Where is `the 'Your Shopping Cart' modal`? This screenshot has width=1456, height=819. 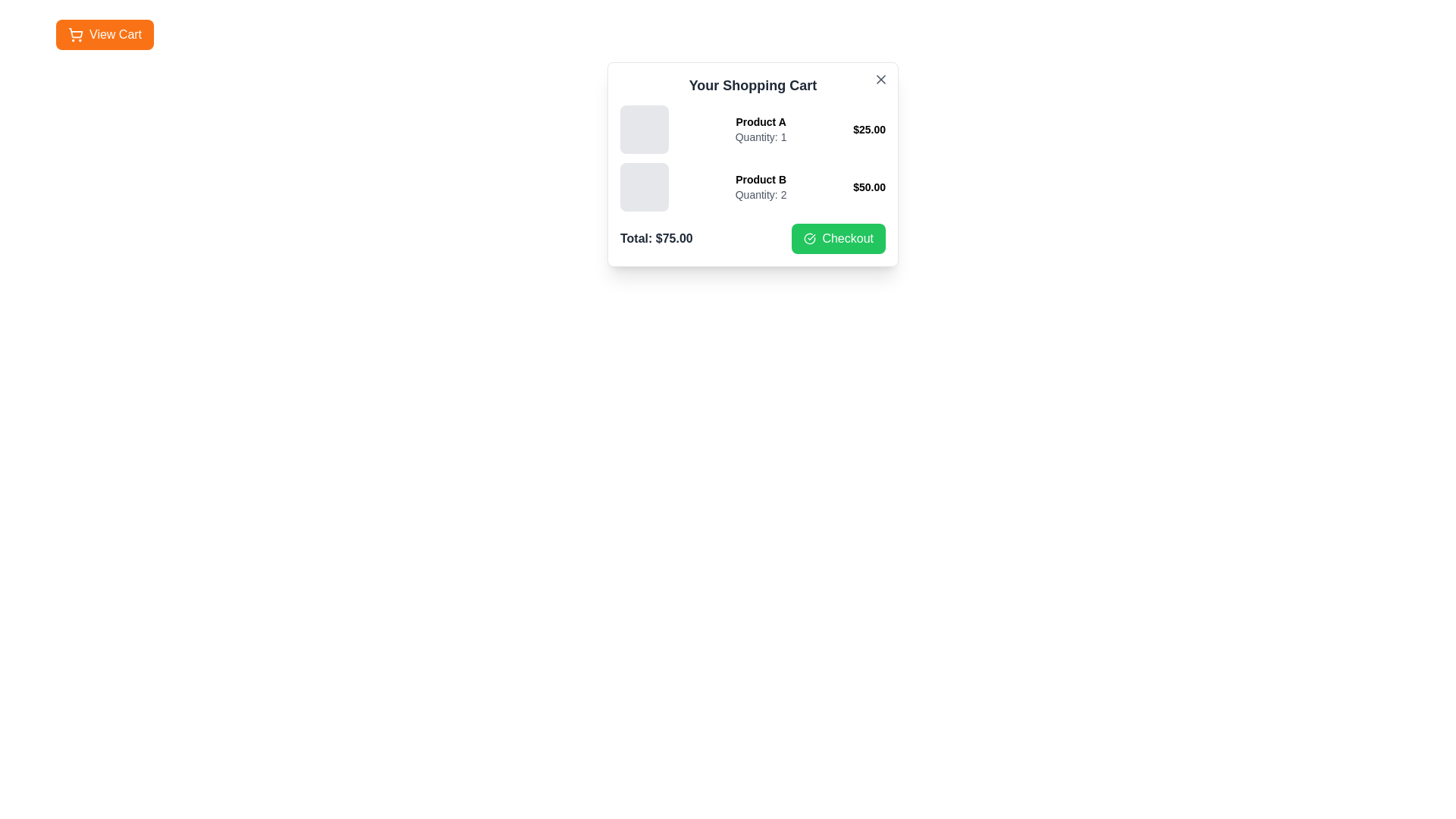 the 'Your Shopping Cart' modal is located at coordinates (753, 164).